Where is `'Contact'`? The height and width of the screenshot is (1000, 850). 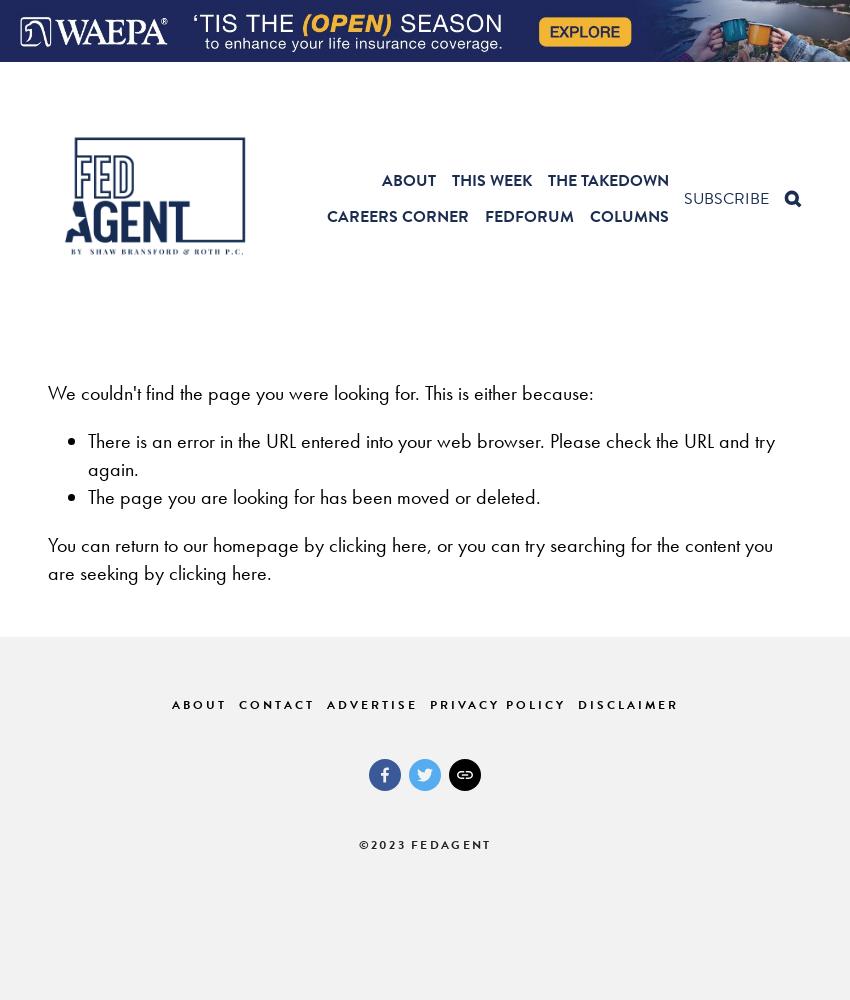
'Contact' is located at coordinates (274, 704).